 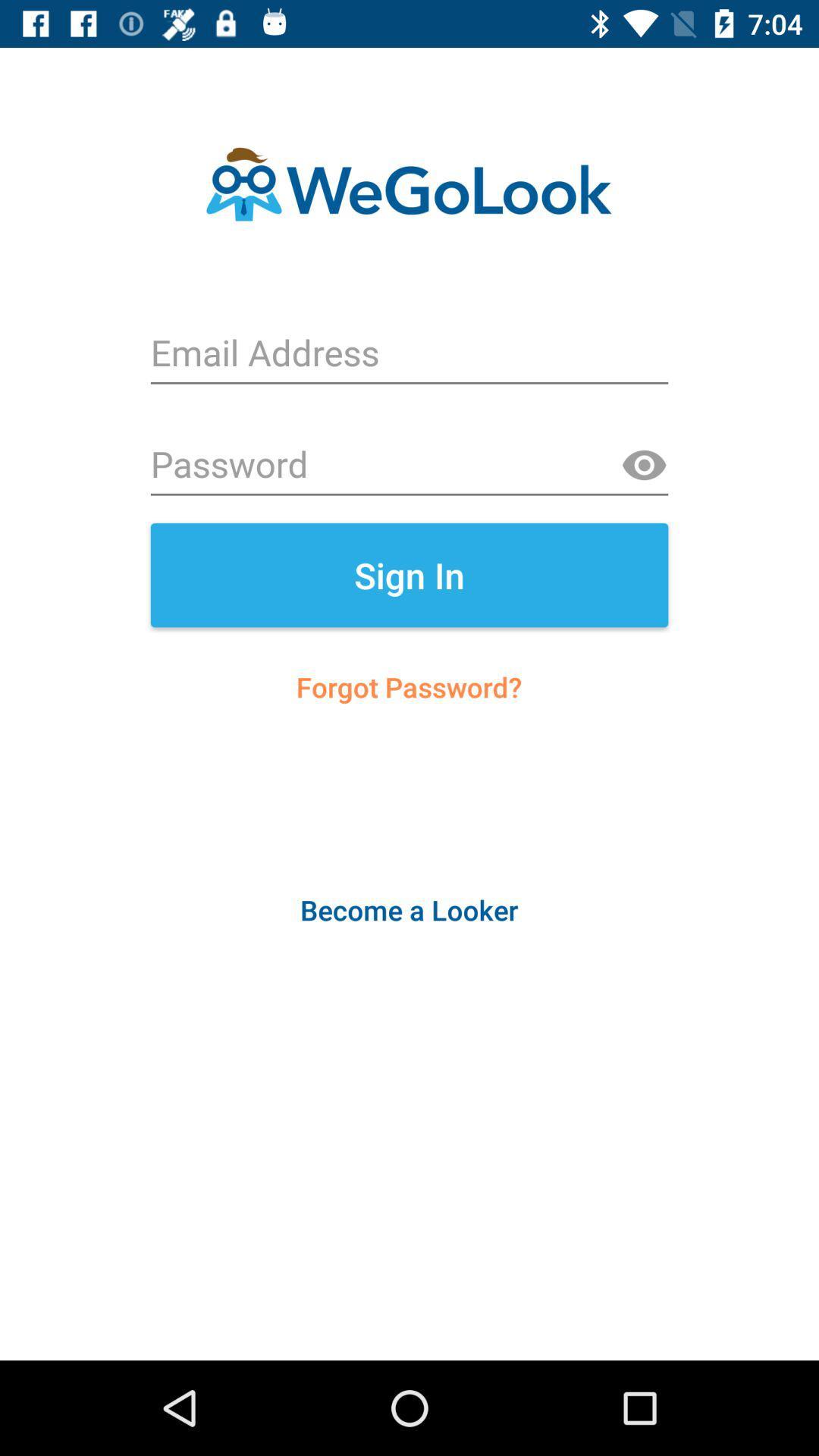 I want to click on the icon above forgot password? item, so click(x=409, y=574).